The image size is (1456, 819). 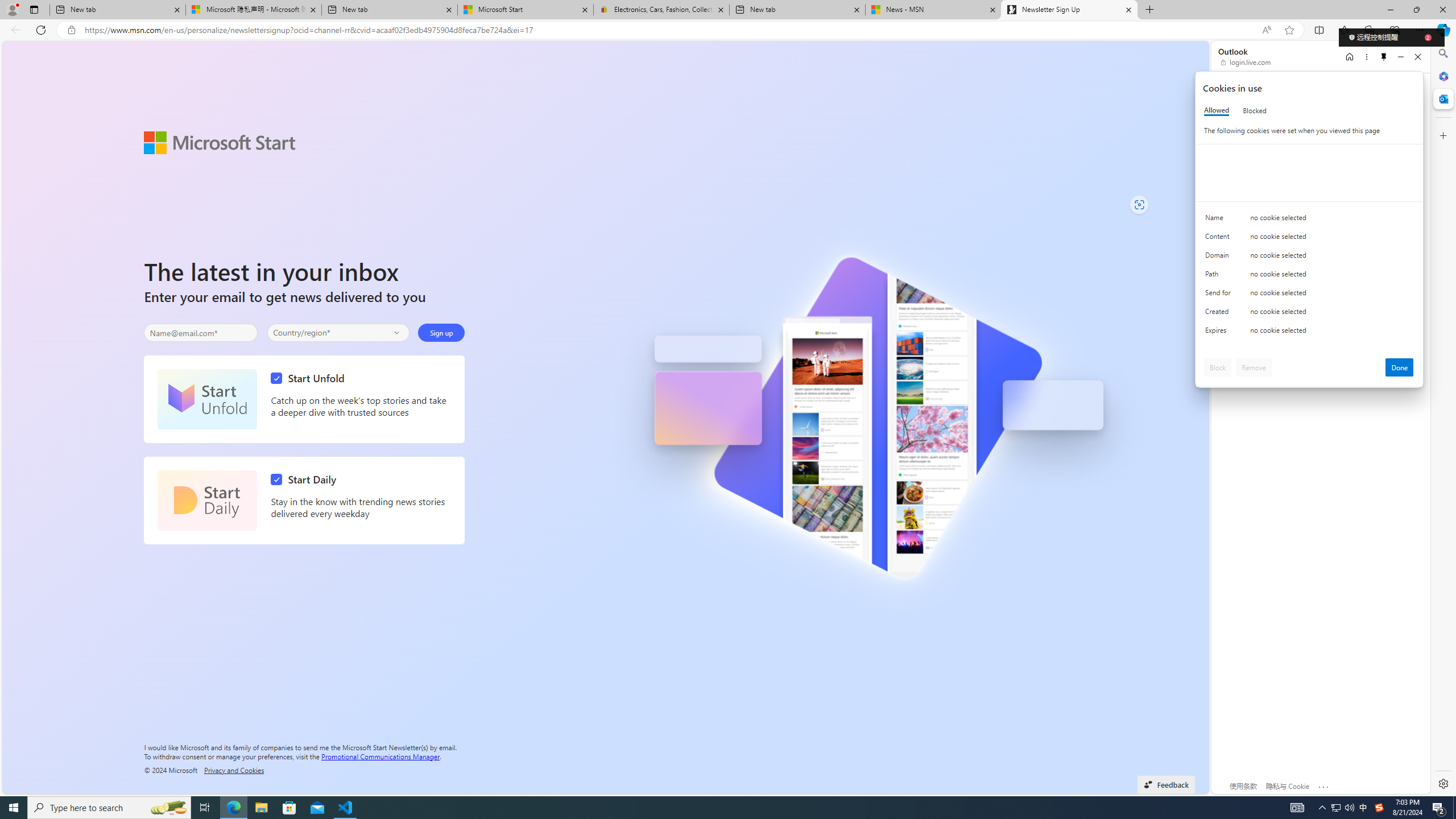 I want to click on 'Created', so click(x=1219, y=313).